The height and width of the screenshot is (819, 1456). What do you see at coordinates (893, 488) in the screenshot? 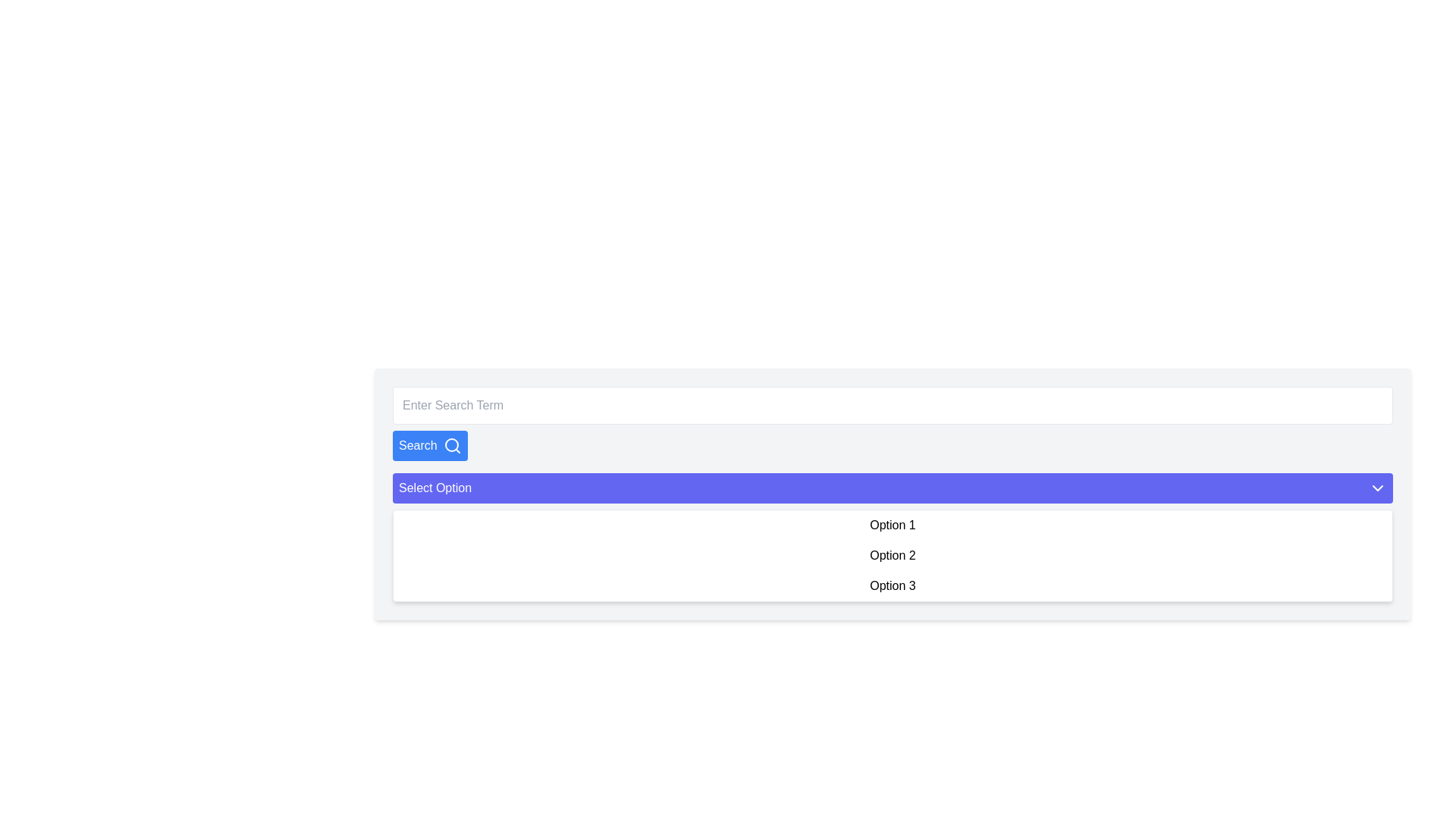
I see `the drop-down toggle button located at the top-center of the interface` at bounding box center [893, 488].